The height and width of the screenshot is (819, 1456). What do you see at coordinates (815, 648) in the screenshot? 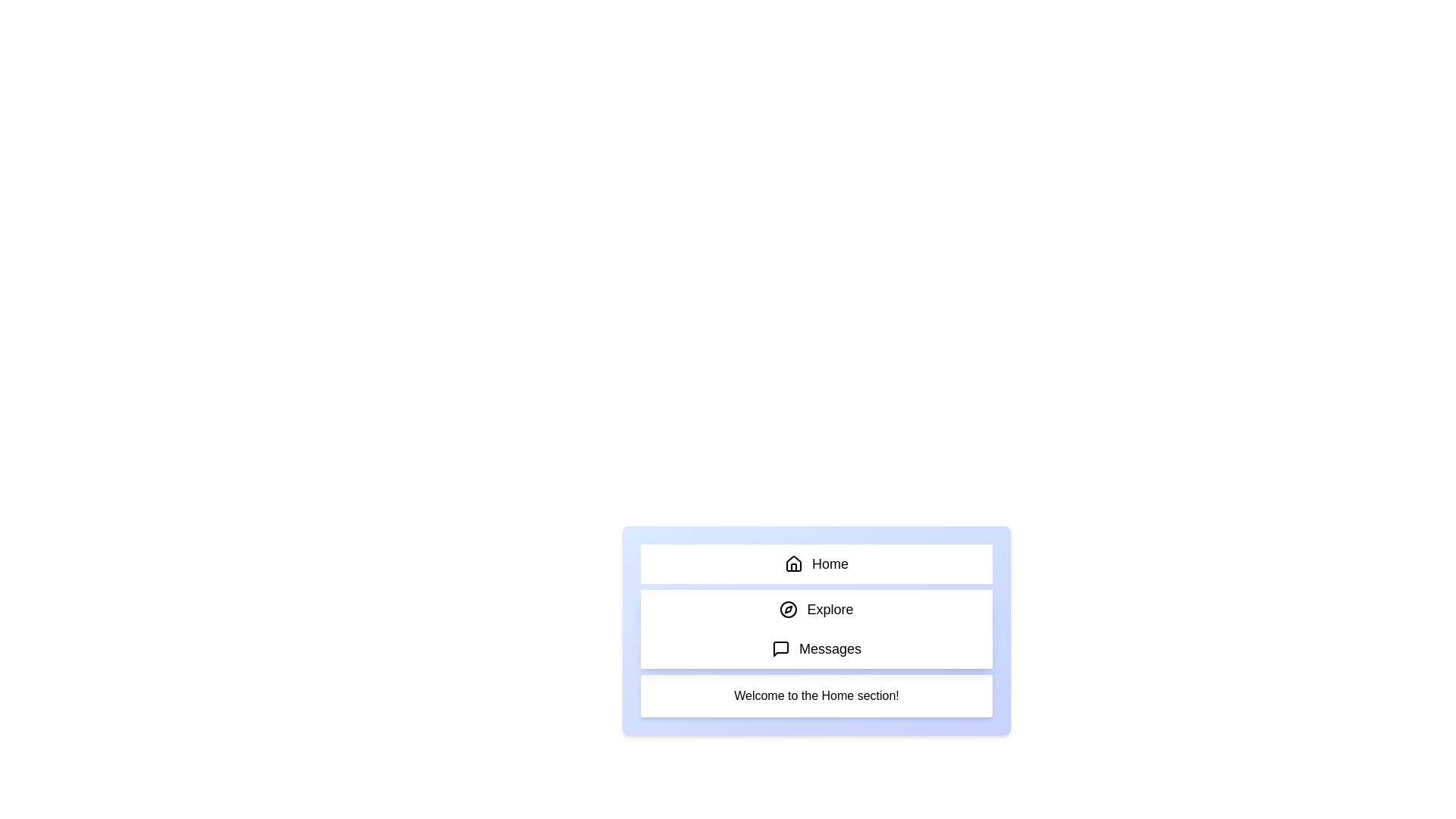
I see `the Messages tab to switch to it` at bounding box center [815, 648].